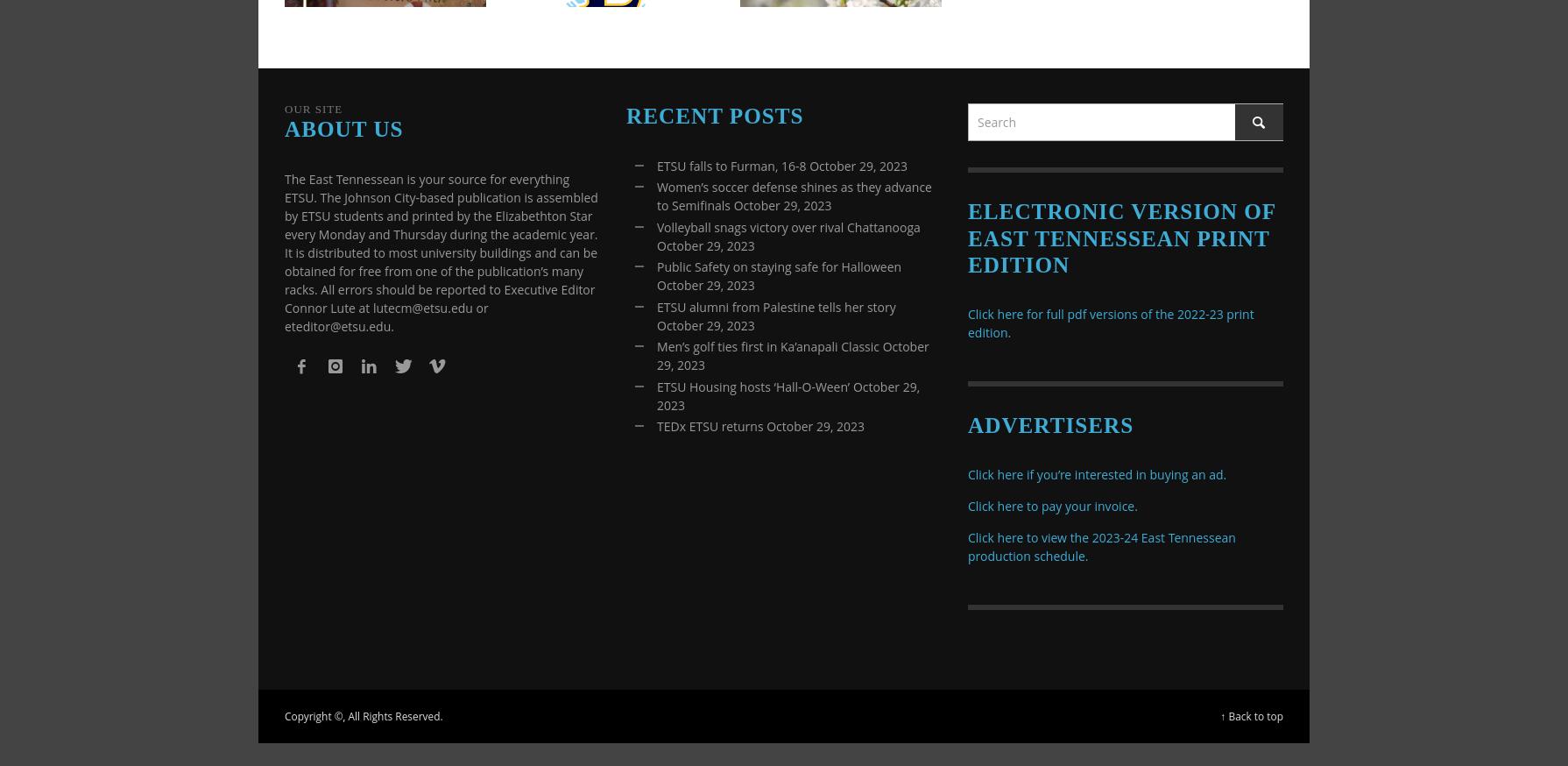 Image resolution: width=1568 pixels, height=766 pixels. I want to click on 'Copyright ©, All Rights Reserved.', so click(363, 716).